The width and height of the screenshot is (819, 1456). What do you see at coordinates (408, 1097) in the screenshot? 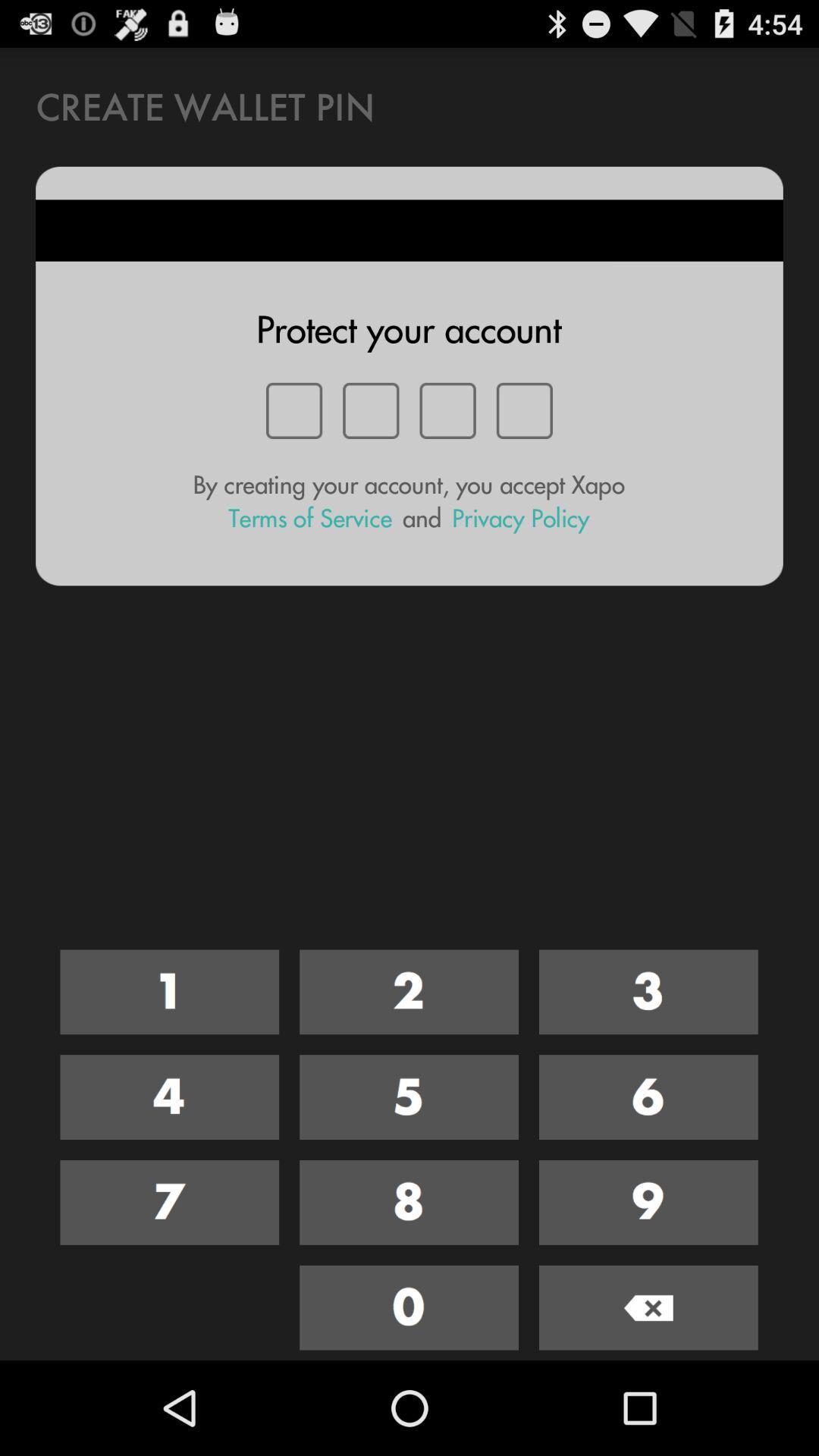
I see `type 5` at bounding box center [408, 1097].